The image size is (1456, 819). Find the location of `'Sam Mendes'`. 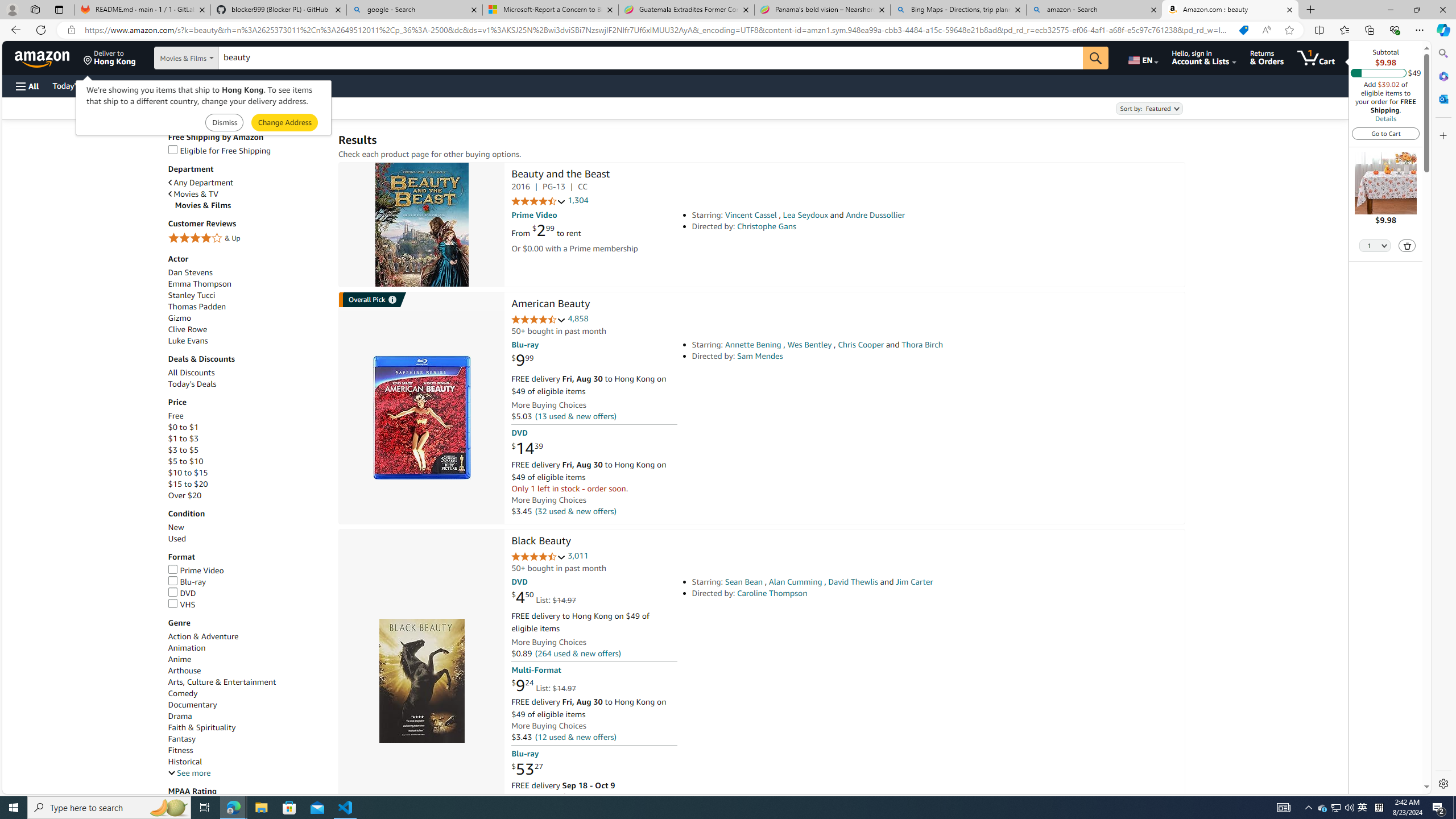

'Sam Mendes' is located at coordinates (760, 355).